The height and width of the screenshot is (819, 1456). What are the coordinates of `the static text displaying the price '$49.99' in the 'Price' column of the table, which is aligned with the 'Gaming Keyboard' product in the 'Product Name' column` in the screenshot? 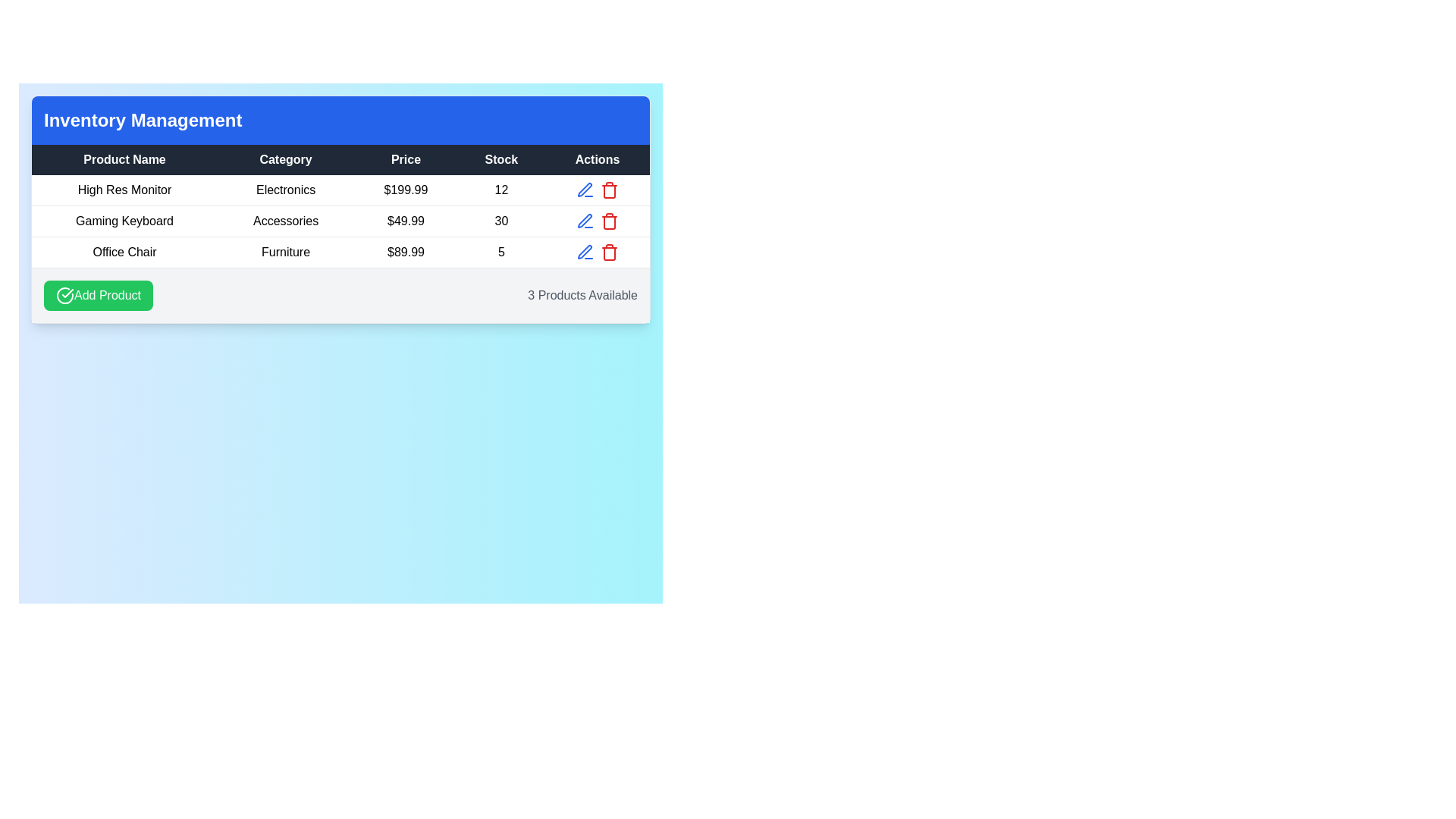 It's located at (406, 221).